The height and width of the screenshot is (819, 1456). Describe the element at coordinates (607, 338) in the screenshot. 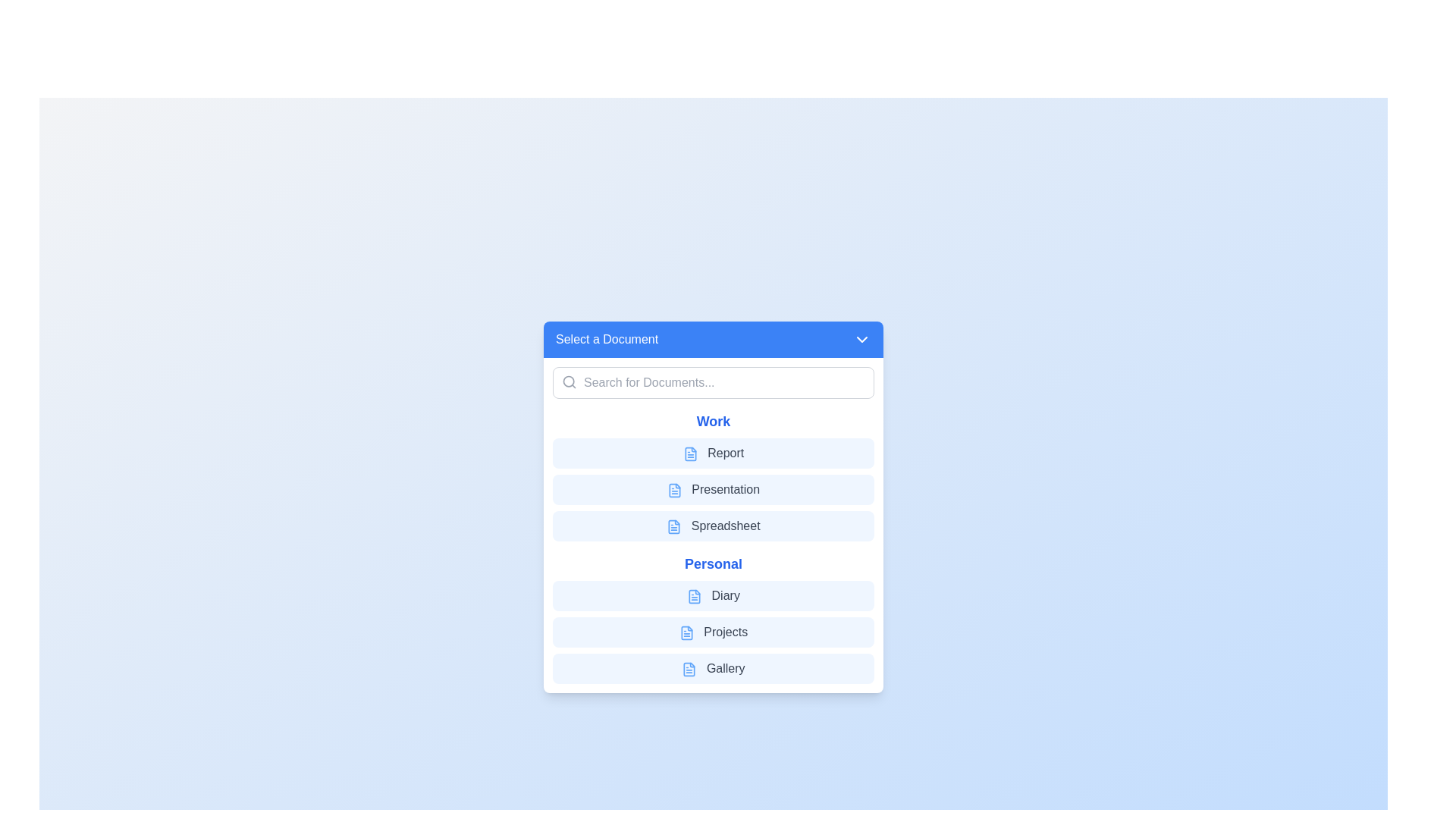

I see `the text label reading 'Select a Document' which is styled in white text on a blue background, located at the top portion of a dropdown interface` at that location.